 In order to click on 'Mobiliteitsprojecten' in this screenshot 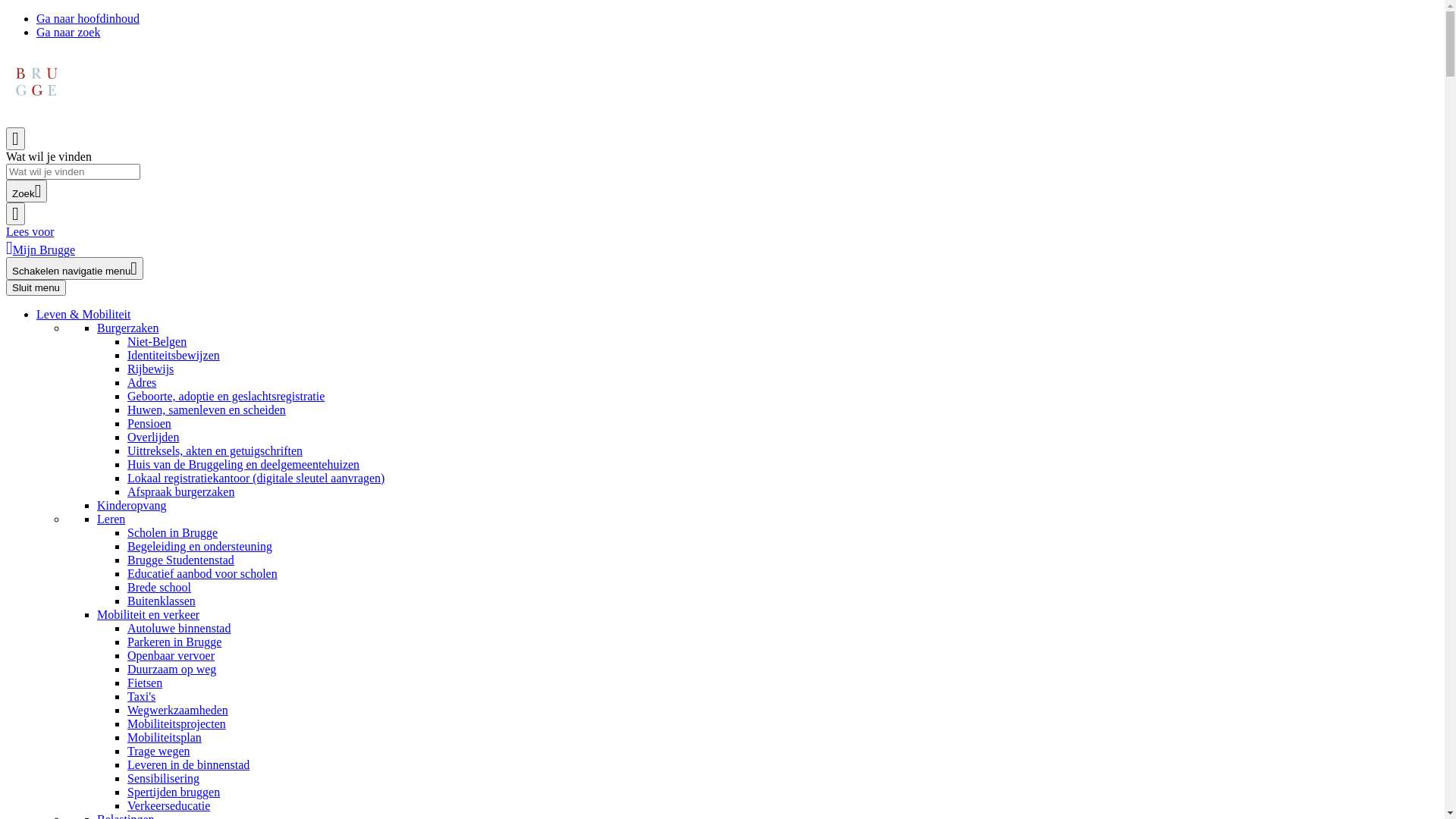, I will do `click(177, 723)`.